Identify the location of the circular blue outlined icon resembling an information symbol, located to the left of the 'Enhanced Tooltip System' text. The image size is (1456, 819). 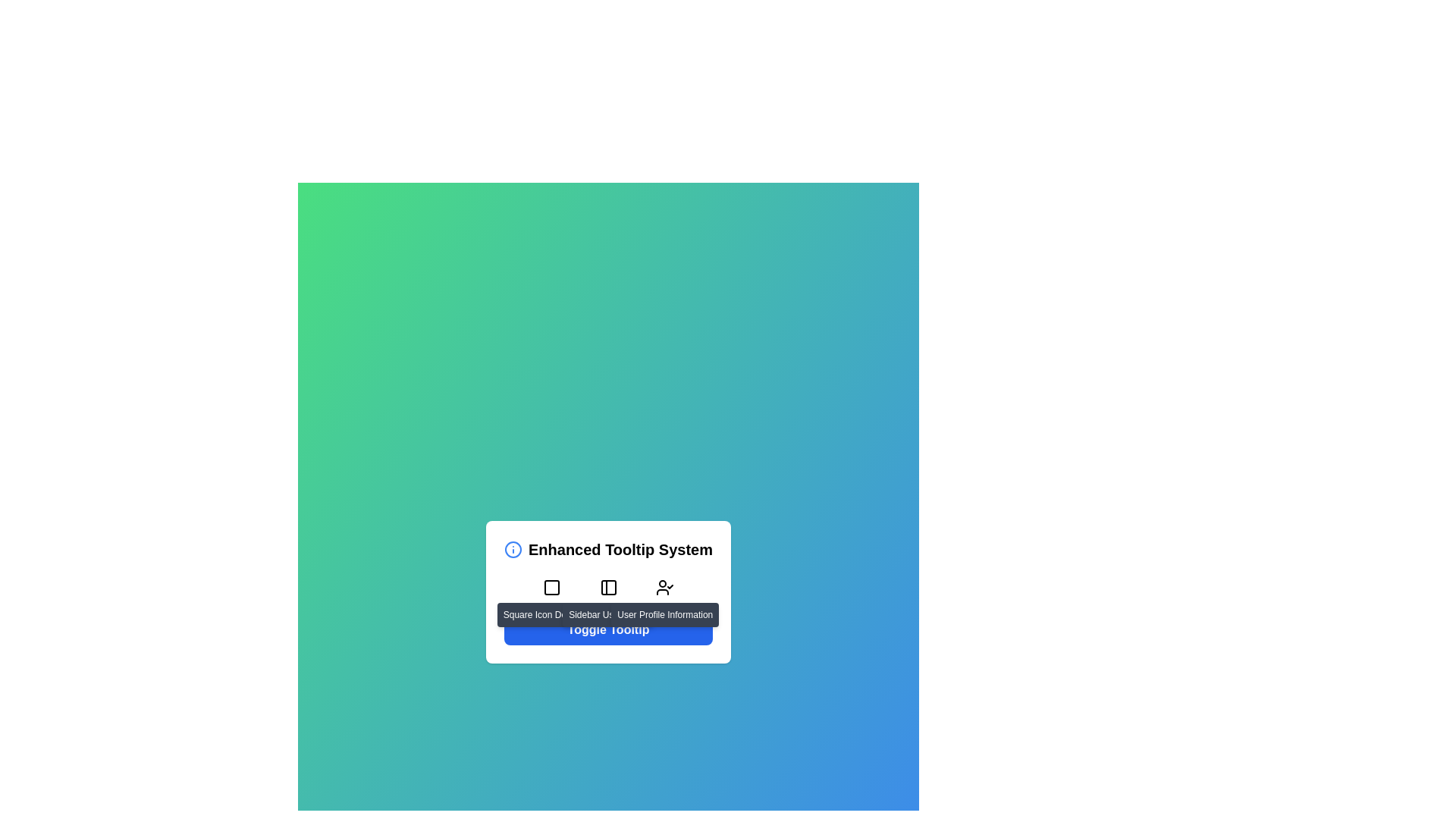
(513, 550).